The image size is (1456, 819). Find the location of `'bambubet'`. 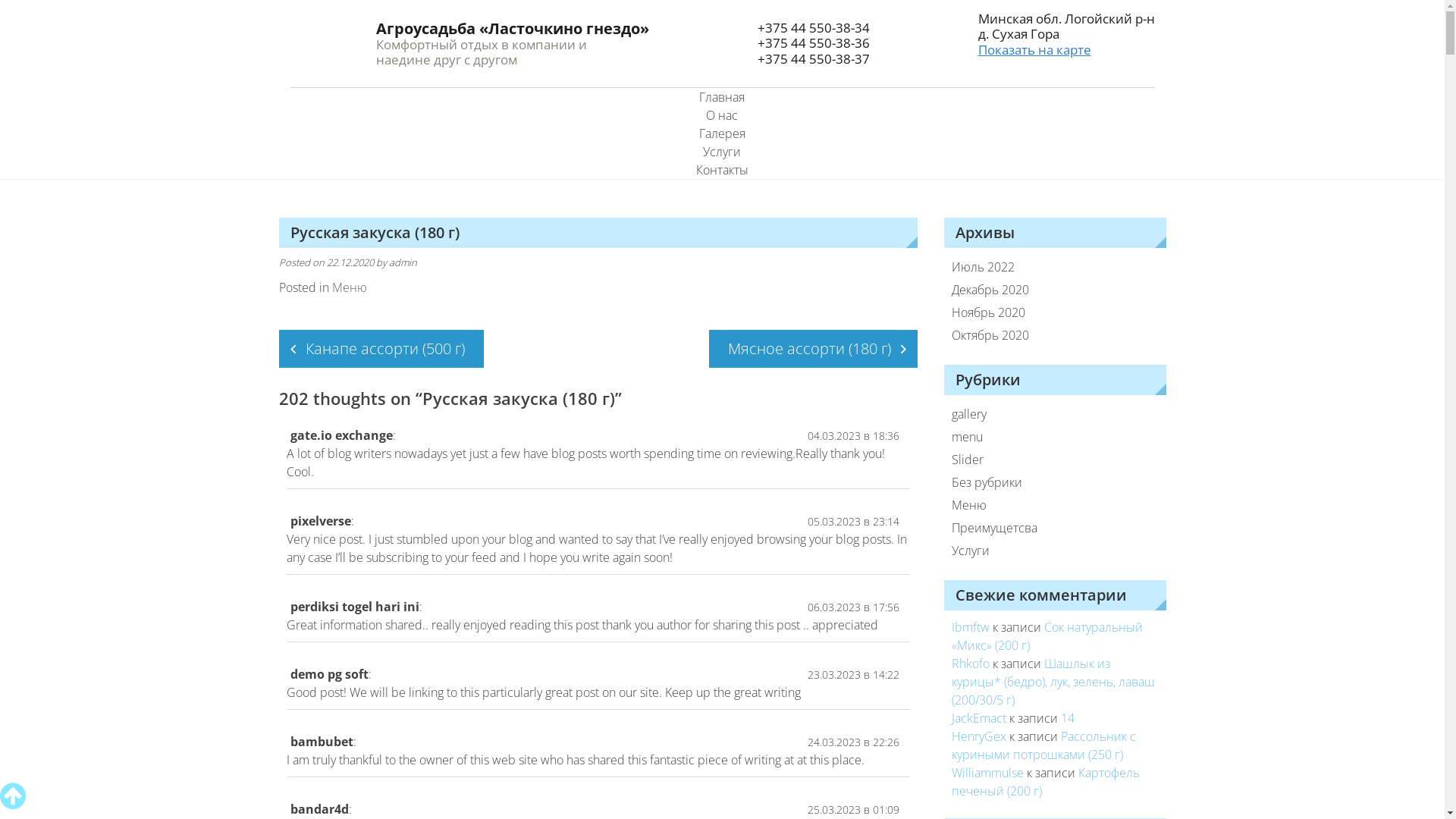

'bambubet' is located at coordinates (320, 741).